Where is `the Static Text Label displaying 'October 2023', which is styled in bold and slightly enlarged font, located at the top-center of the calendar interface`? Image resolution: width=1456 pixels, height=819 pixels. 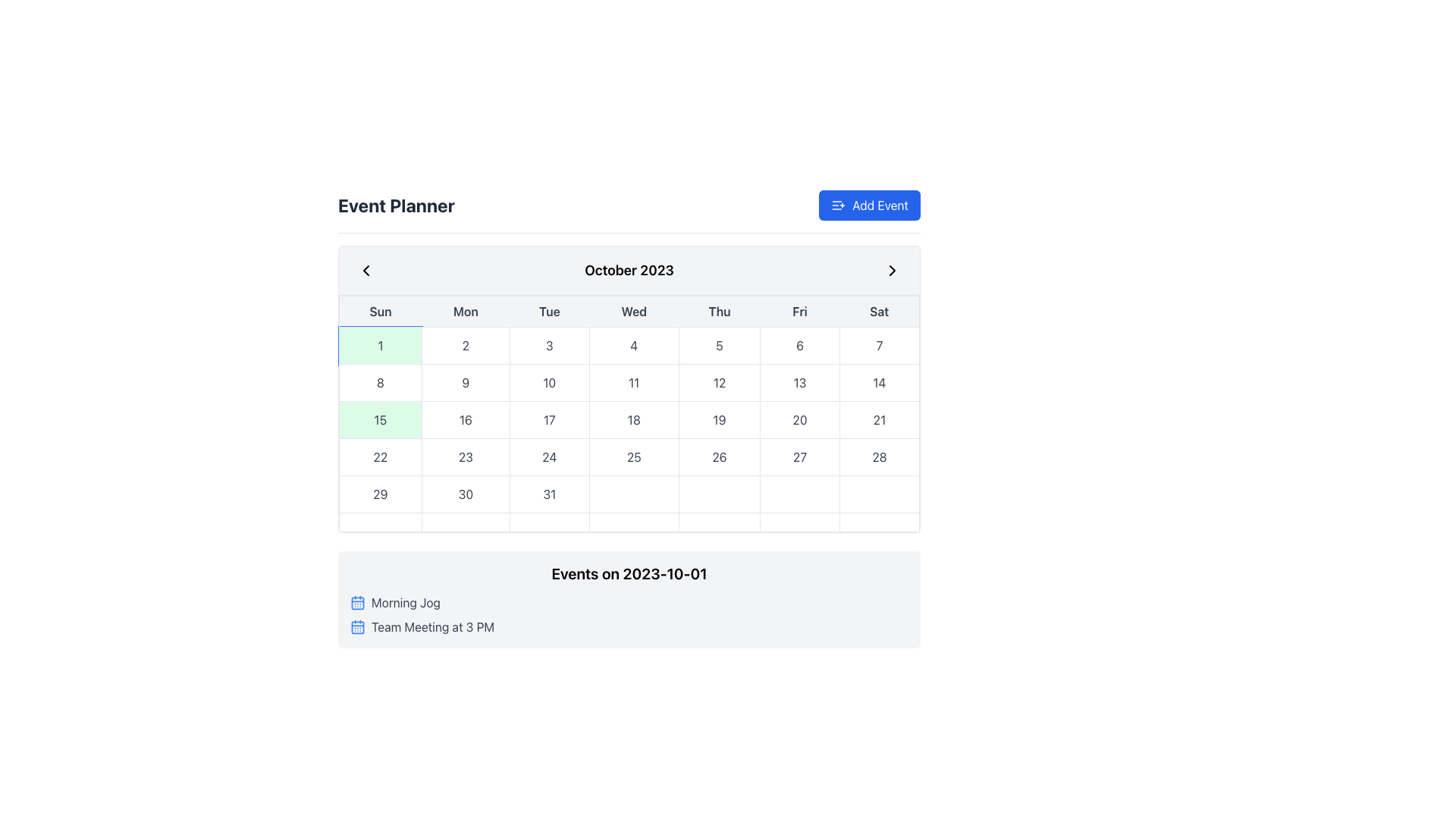 the Static Text Label displaying 'October 2023', which is styled in bold and slightly enlarged font, located at the top-center of the calendar interface is located at coordinates (629, 270).